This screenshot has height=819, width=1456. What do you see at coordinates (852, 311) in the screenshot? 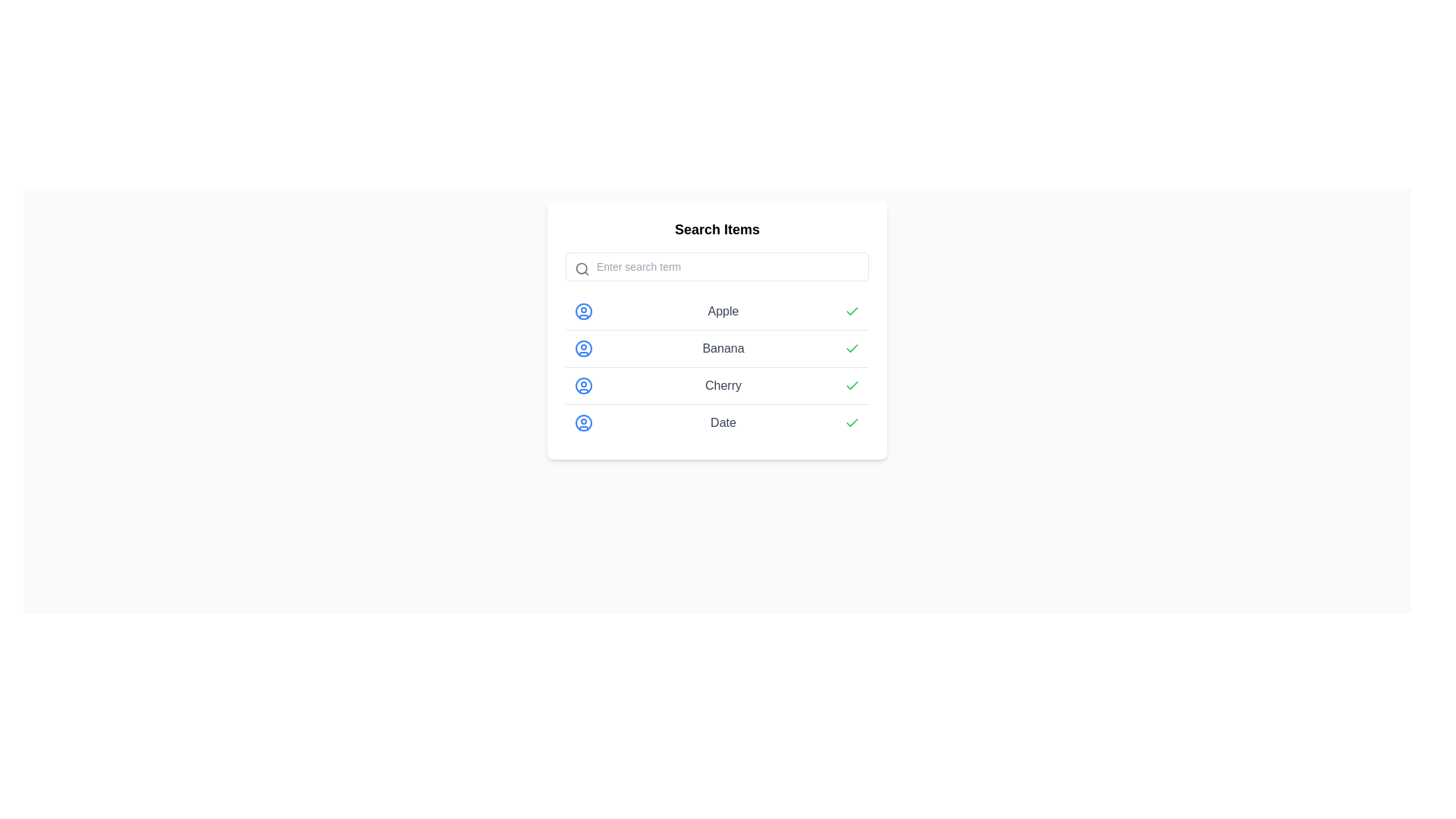
I see `the green checkmark icon located at the far-right end of the row labeled 'Apple.'` at bounding box center [852, 311].